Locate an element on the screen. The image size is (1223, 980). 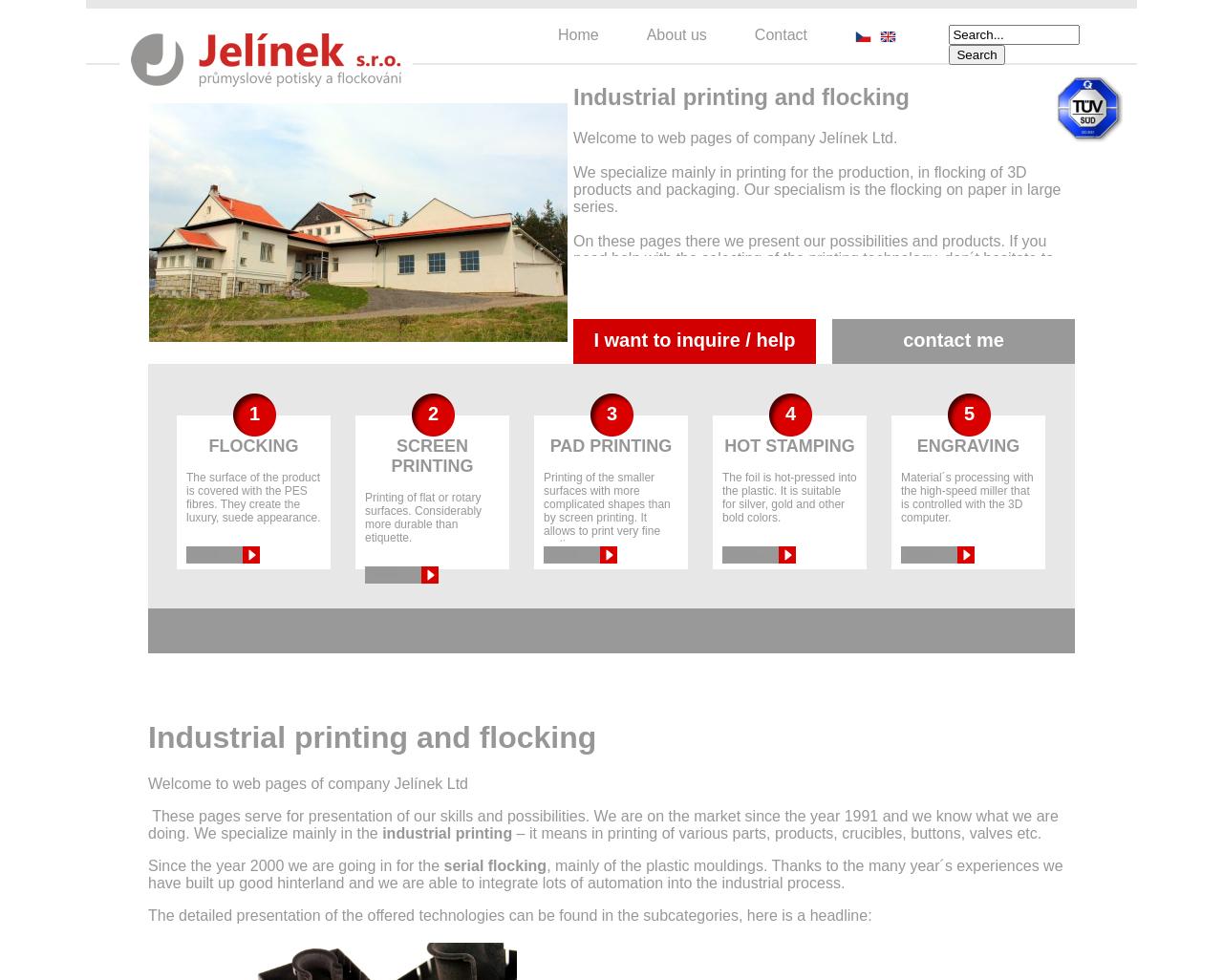
'SCREEN PRINTING' is located at coordinates (430, 455).